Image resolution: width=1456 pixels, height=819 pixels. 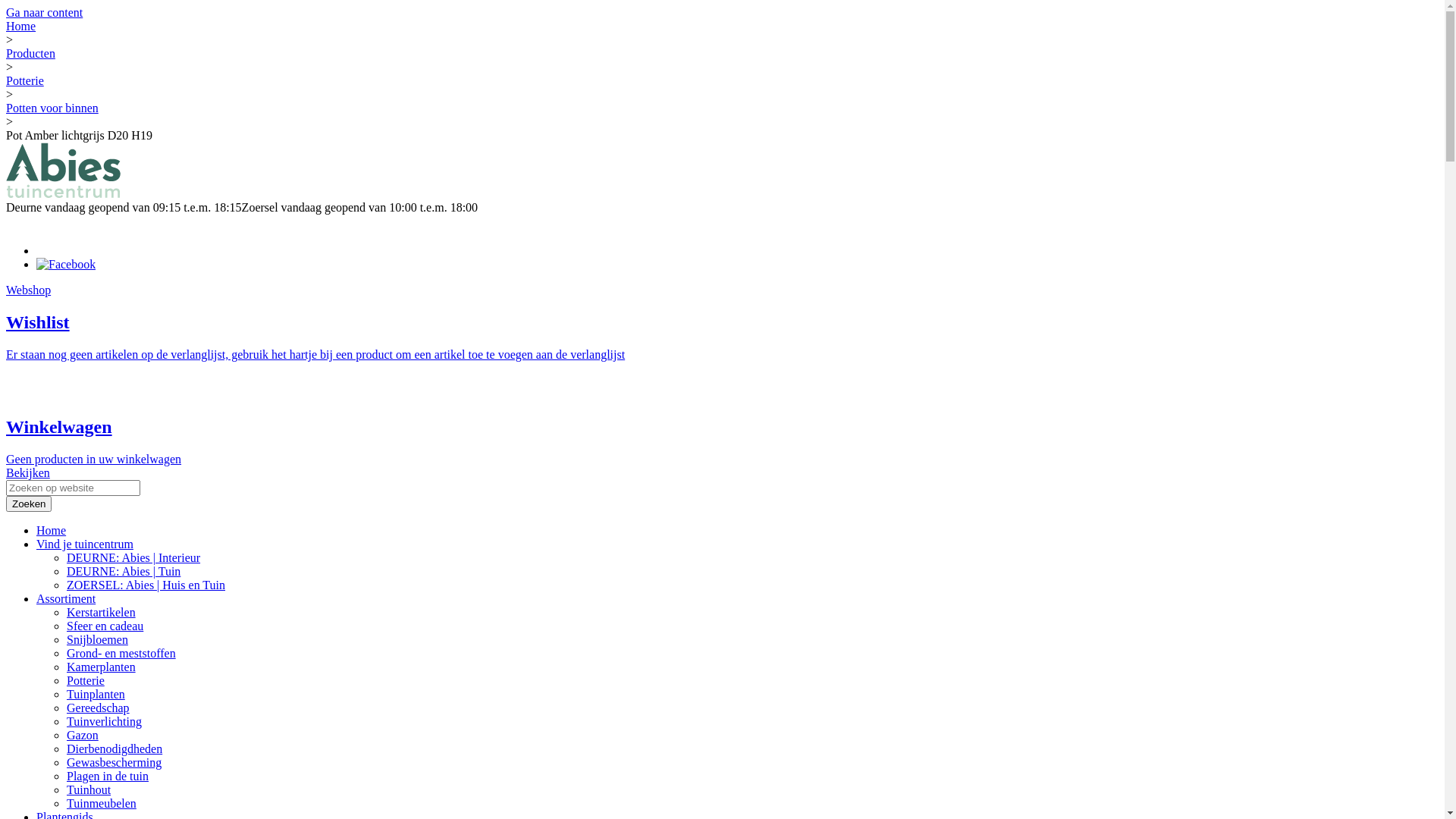 I want to click on 'Producten', so click(x=30, y=52).